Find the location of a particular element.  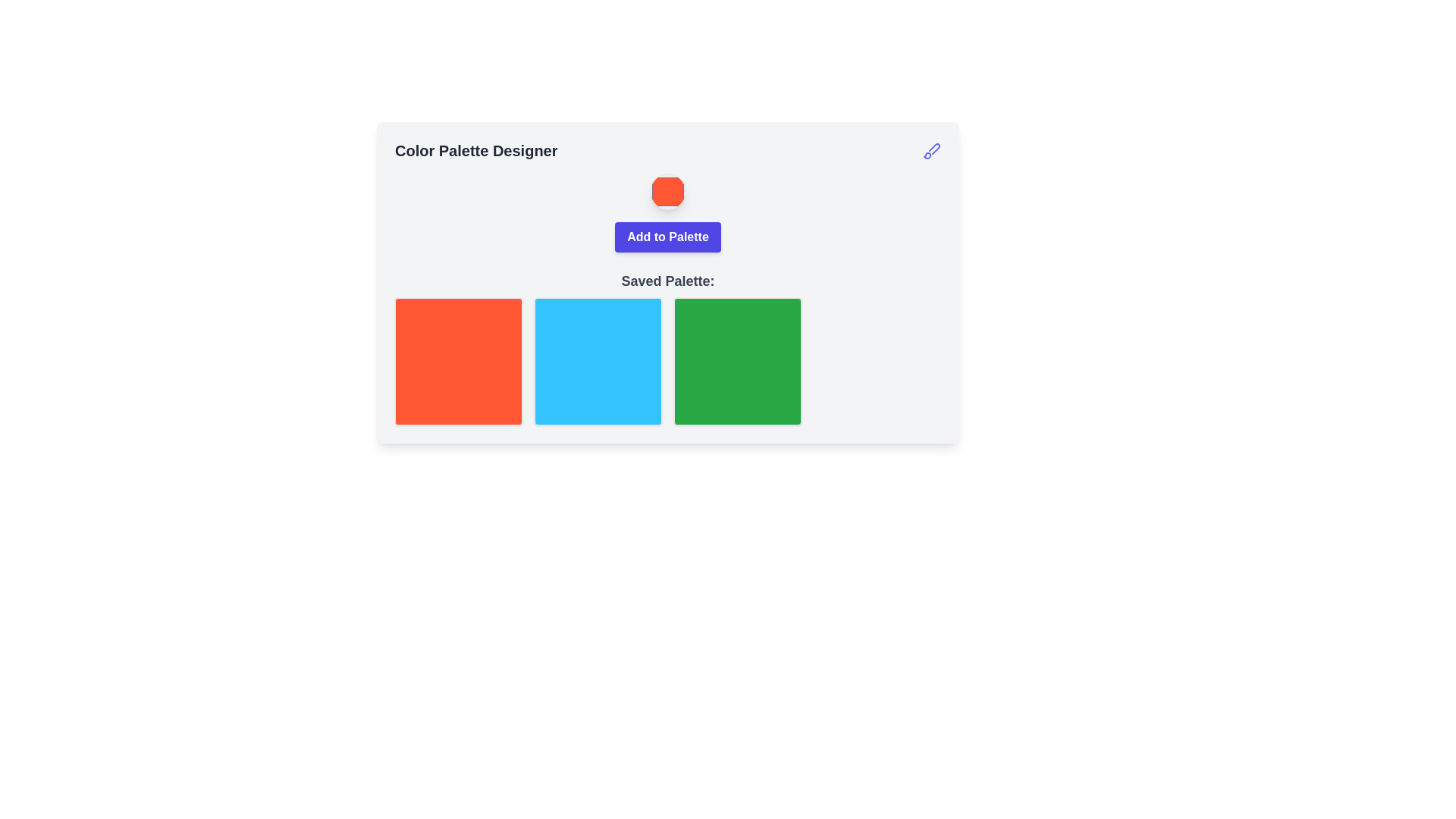

the first Colored Box in the color selection palette, which is located to the left of the light blue square and a green square is located at coordinates (457, 362).